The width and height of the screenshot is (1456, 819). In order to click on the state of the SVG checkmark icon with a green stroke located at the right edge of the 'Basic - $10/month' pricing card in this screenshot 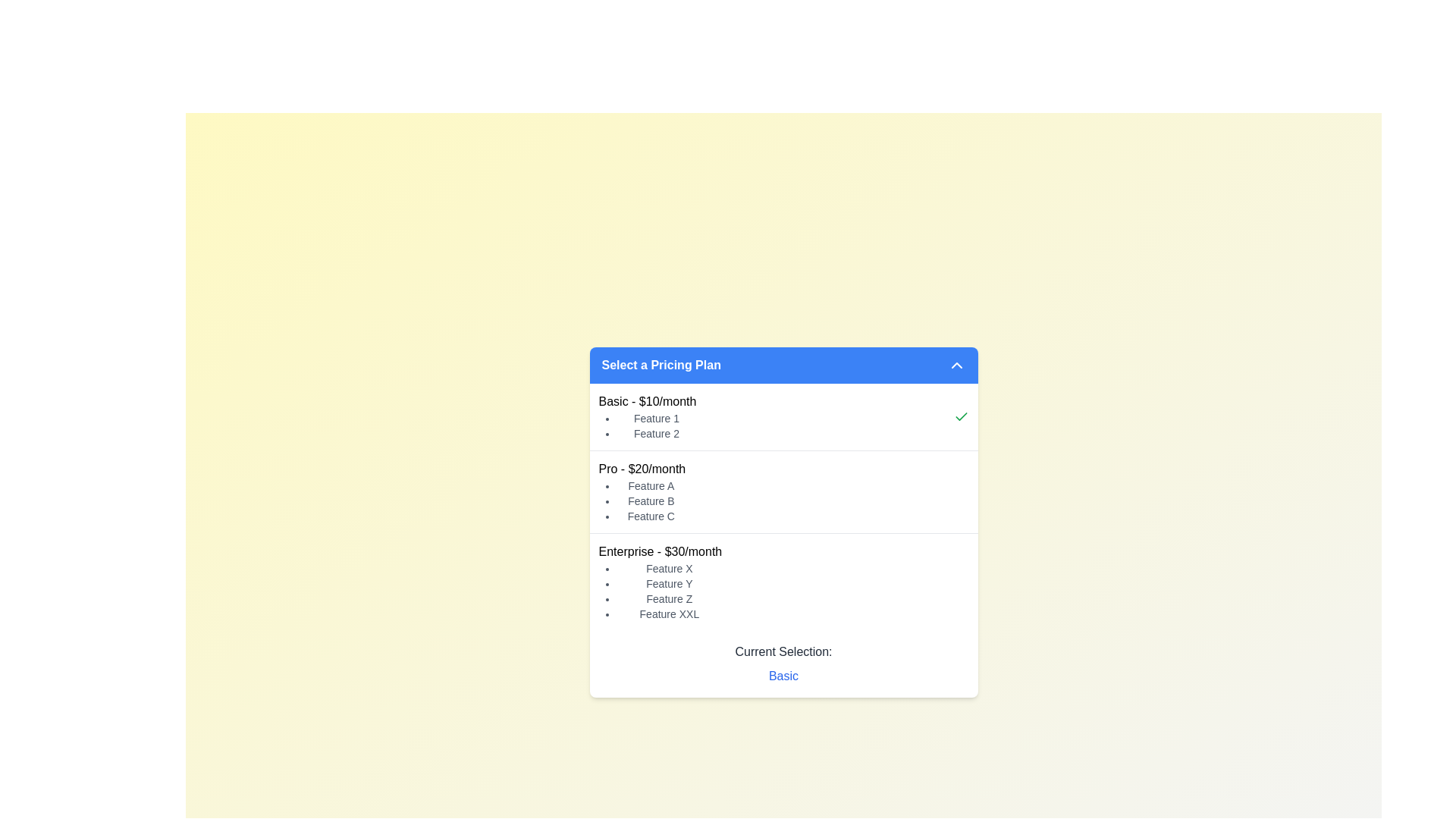, I will do `click(960, 417)`.